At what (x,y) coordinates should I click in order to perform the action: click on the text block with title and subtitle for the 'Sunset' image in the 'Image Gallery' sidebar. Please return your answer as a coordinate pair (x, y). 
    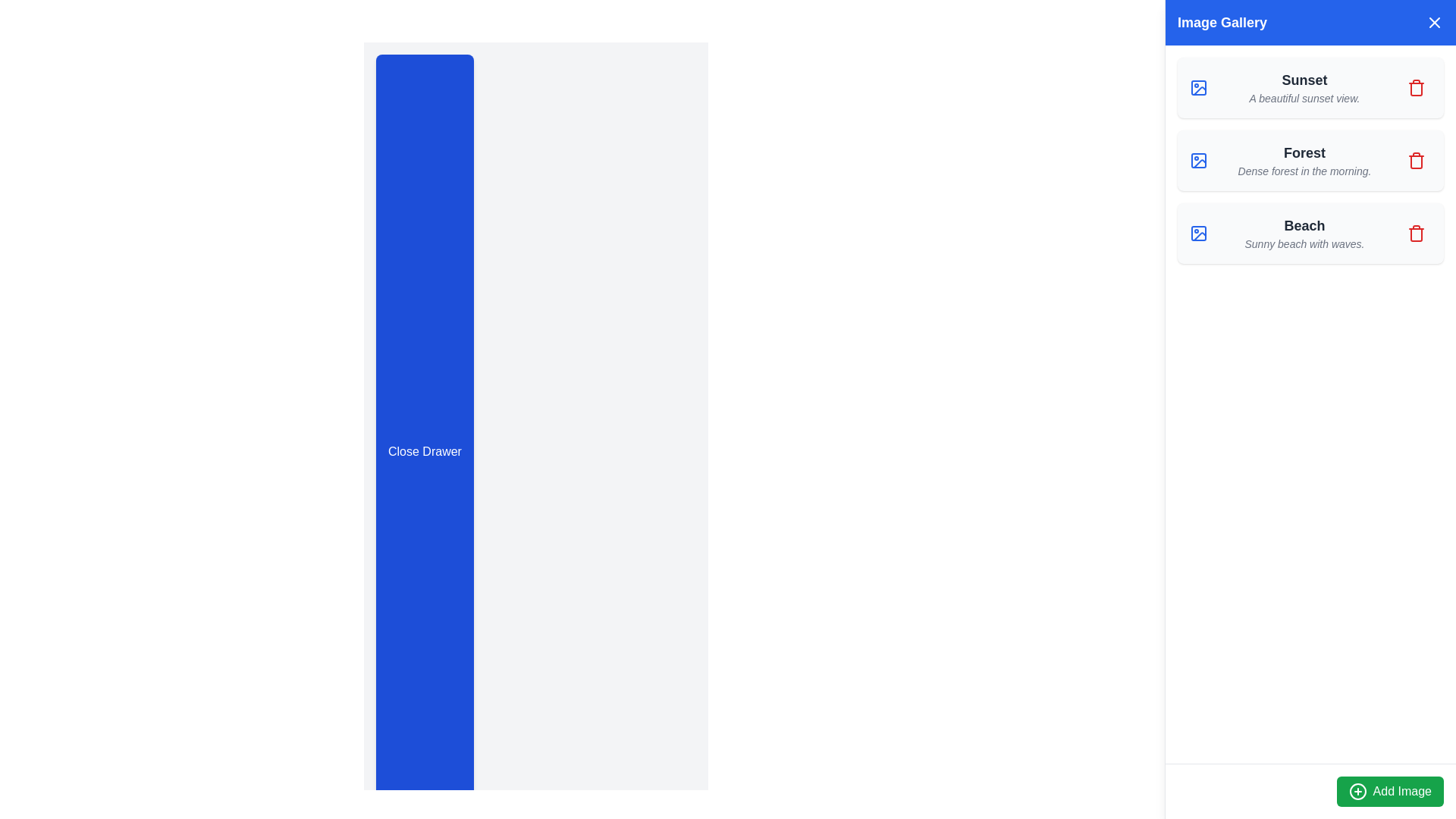
    Looking at the image, I should click on (1304, 87).